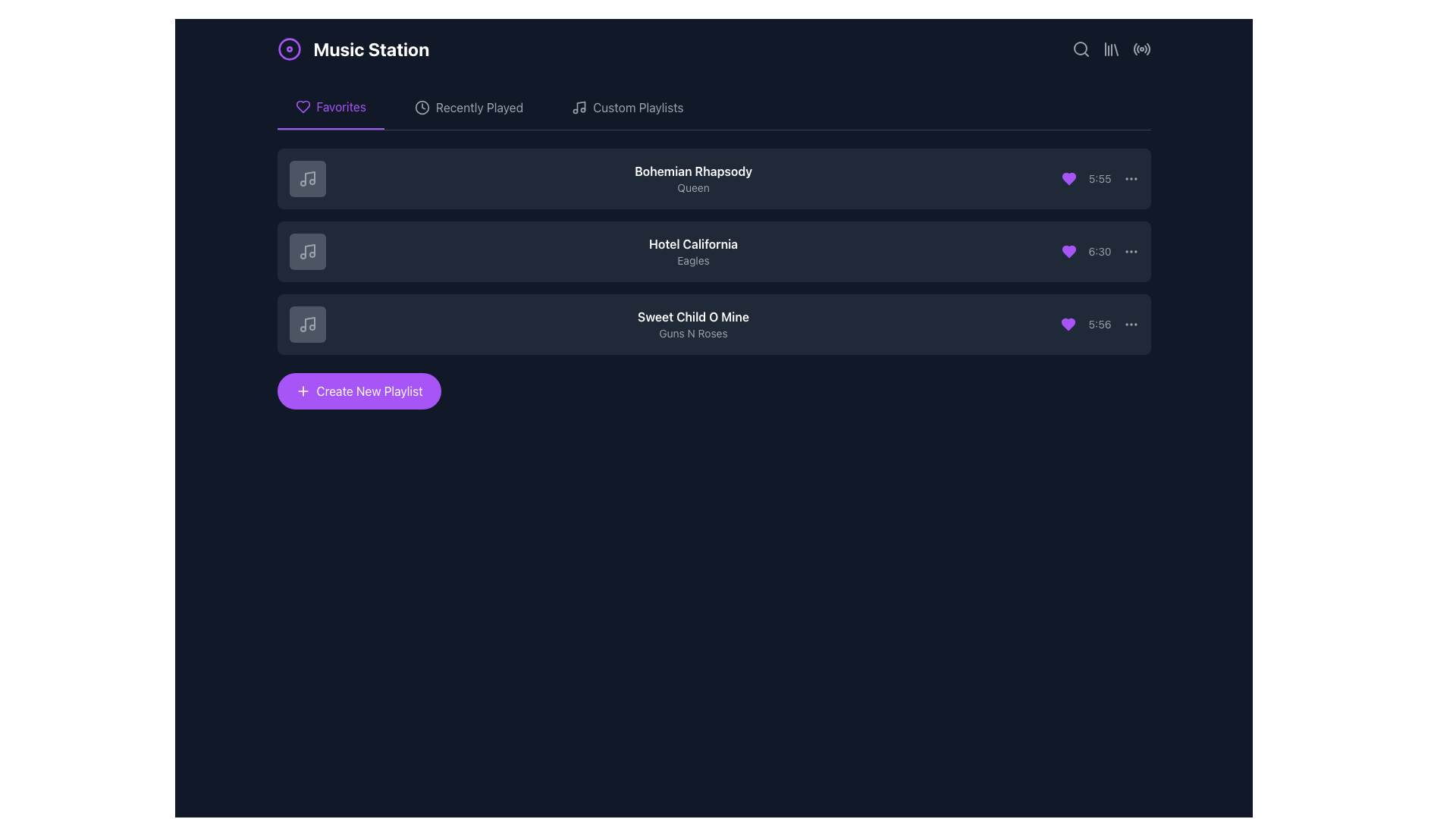 The height and width of the screenshot is (819, 1456). Describe the element at coordinates (309, 177) in the screenshot. I see `the musical note icon located at the top-left corner of the first playlist item under the 'Favorites' tab, which is styled with a minimalistic and outlined design within a gray square icon` at that location.